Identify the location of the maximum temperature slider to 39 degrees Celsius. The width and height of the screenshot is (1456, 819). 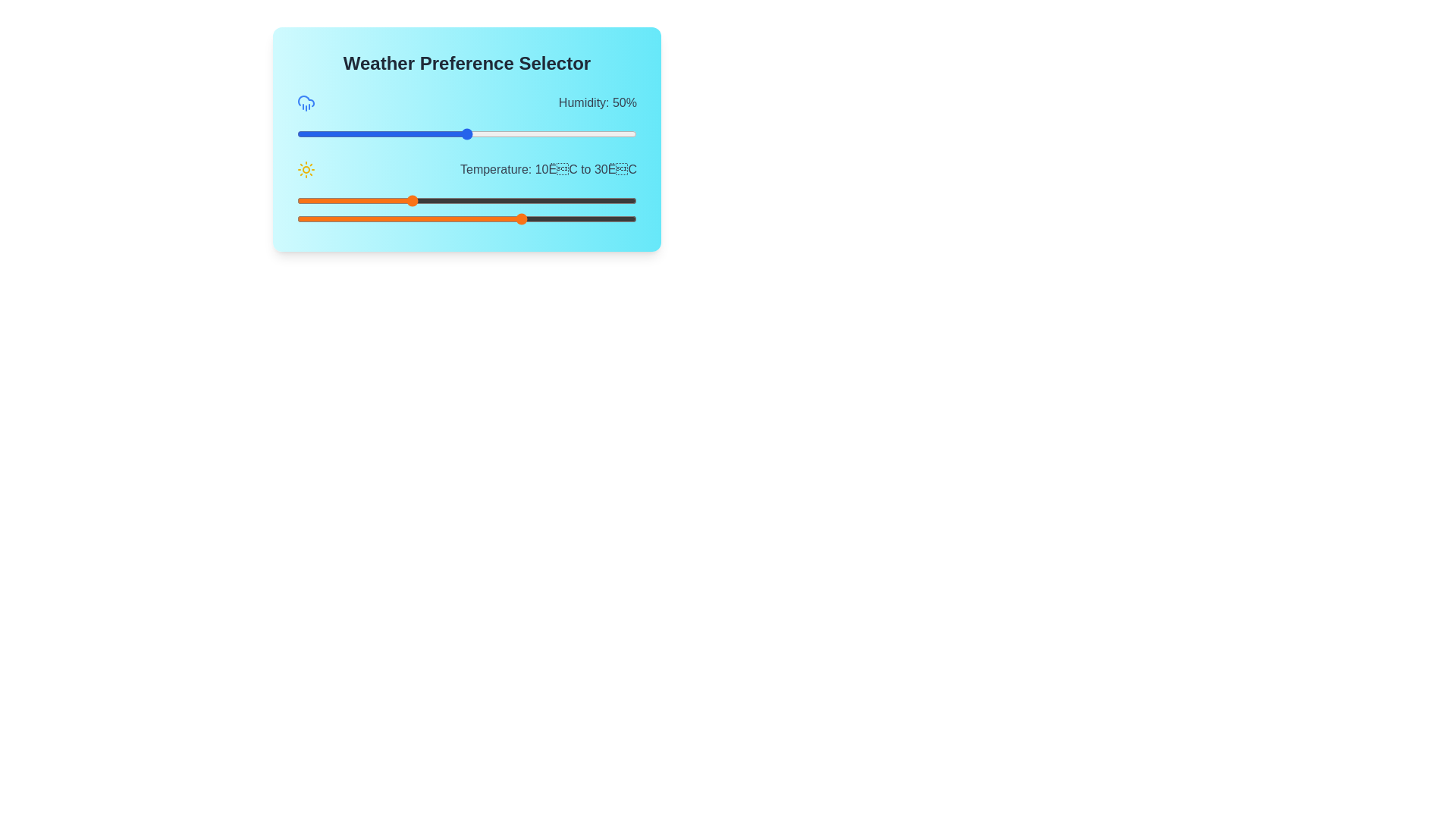
(573, 219).